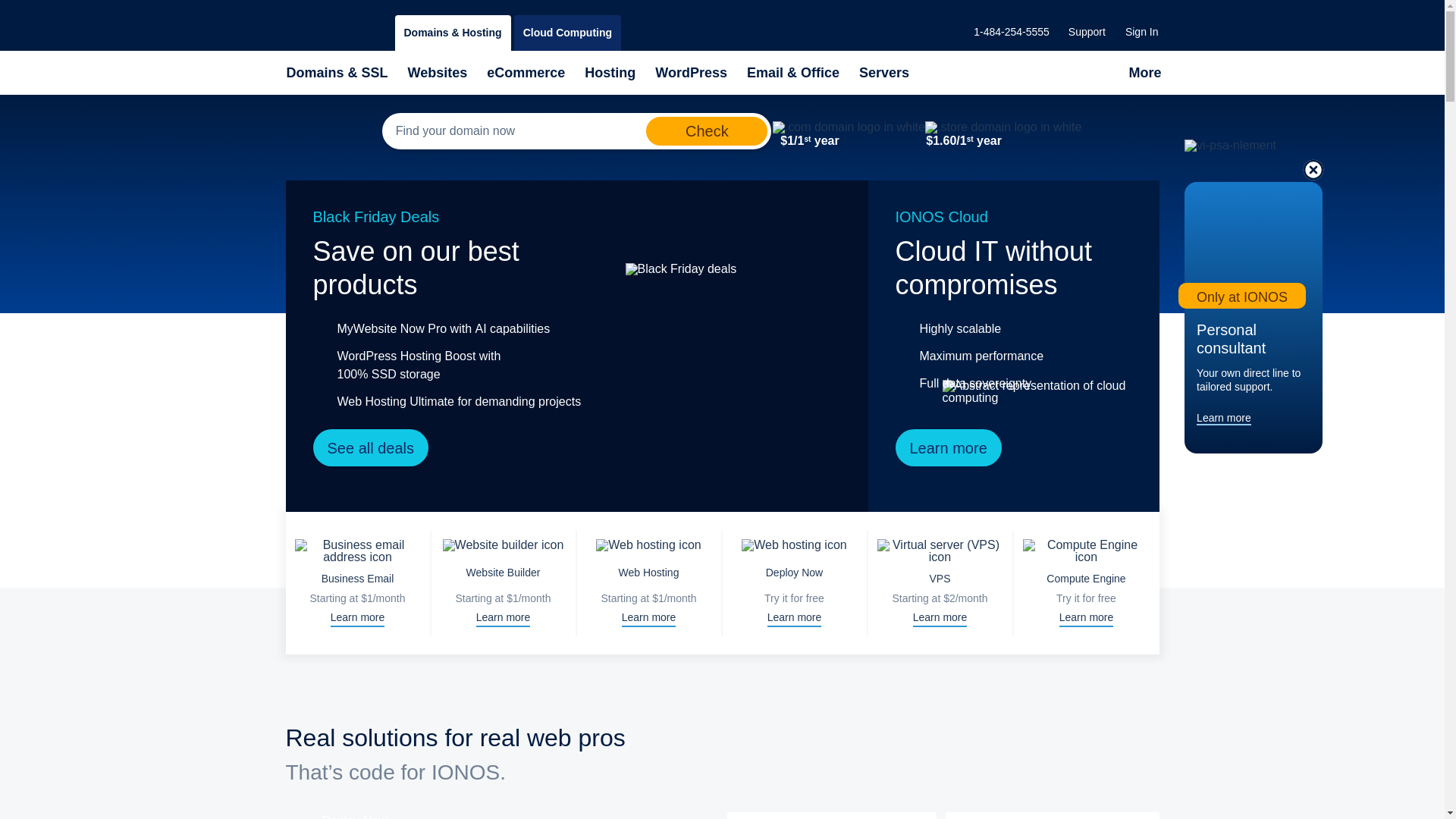 The image size is (1456, 819). I want to click on 'Email & Office', so click(745, 73).